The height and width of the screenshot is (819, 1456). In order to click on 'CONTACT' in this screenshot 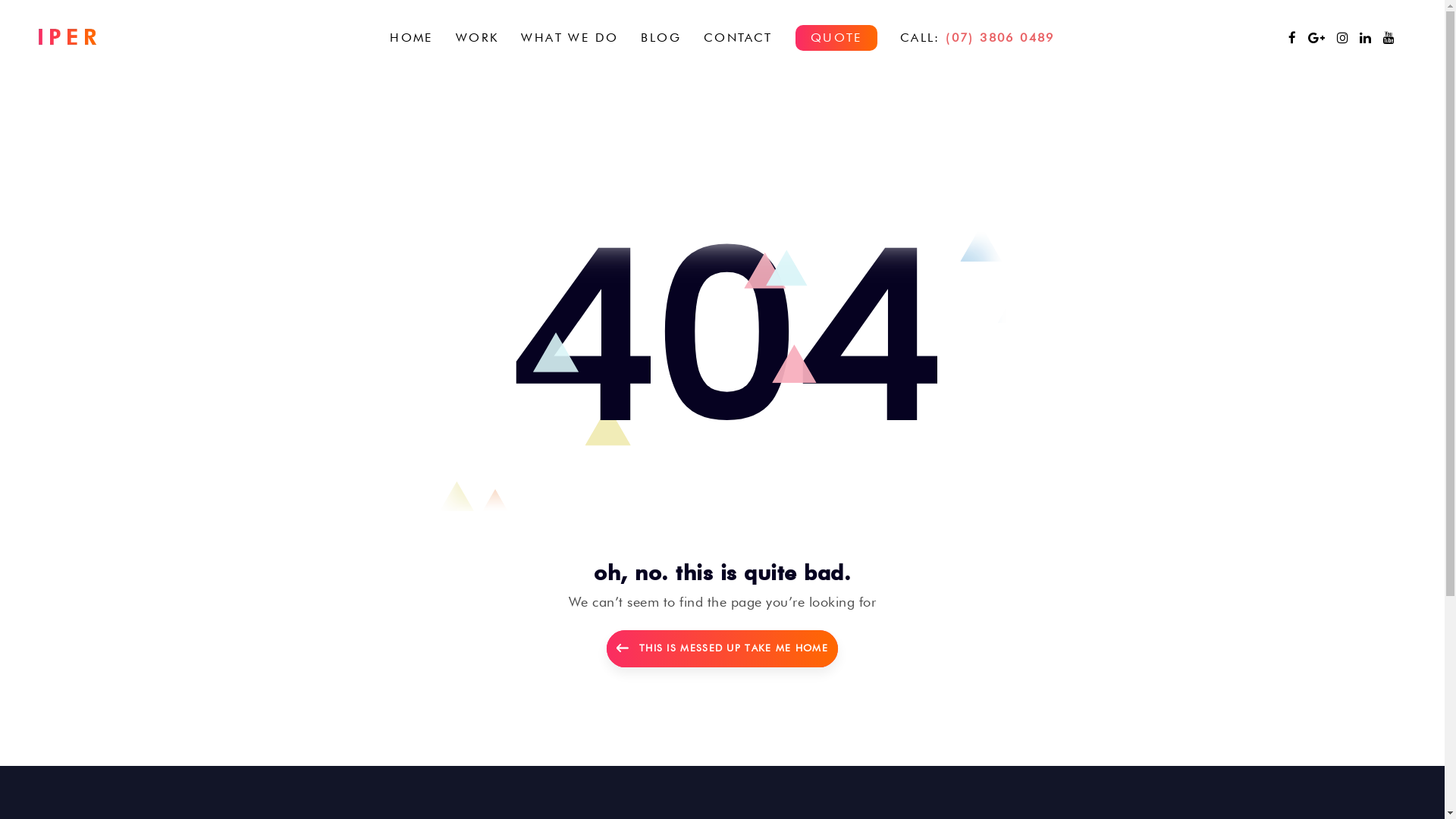, I will do `click(691, 36)`.